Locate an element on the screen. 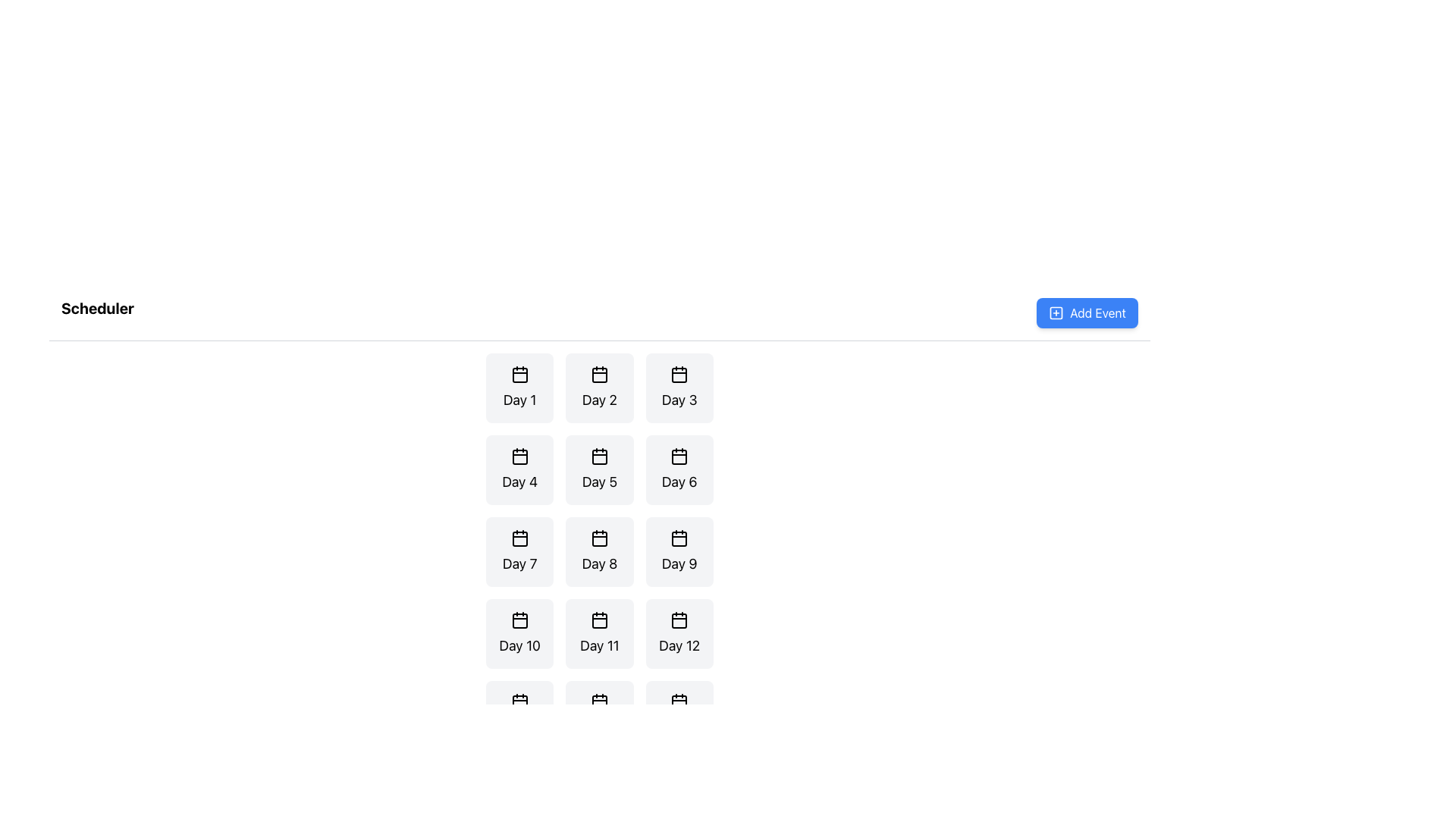 This screenshot has width=1456, height=819. the decorative calendar icon located at the center of the Day 8 tile in the calendar grid is located at coordinates (599, 538).